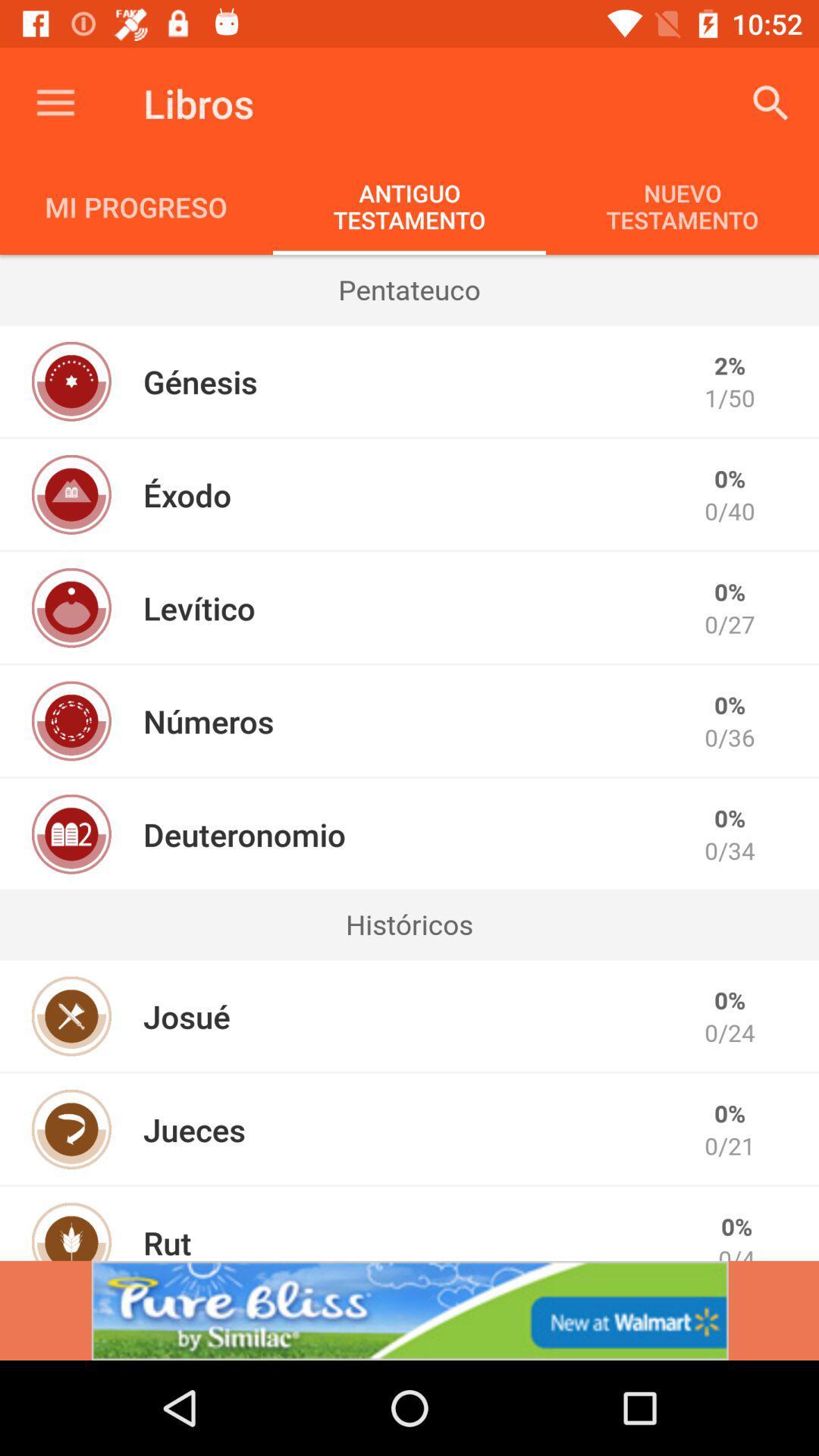 The width and height of the screenshot is (819, 1456). I want to click on the jueces, so click(193, 1129).